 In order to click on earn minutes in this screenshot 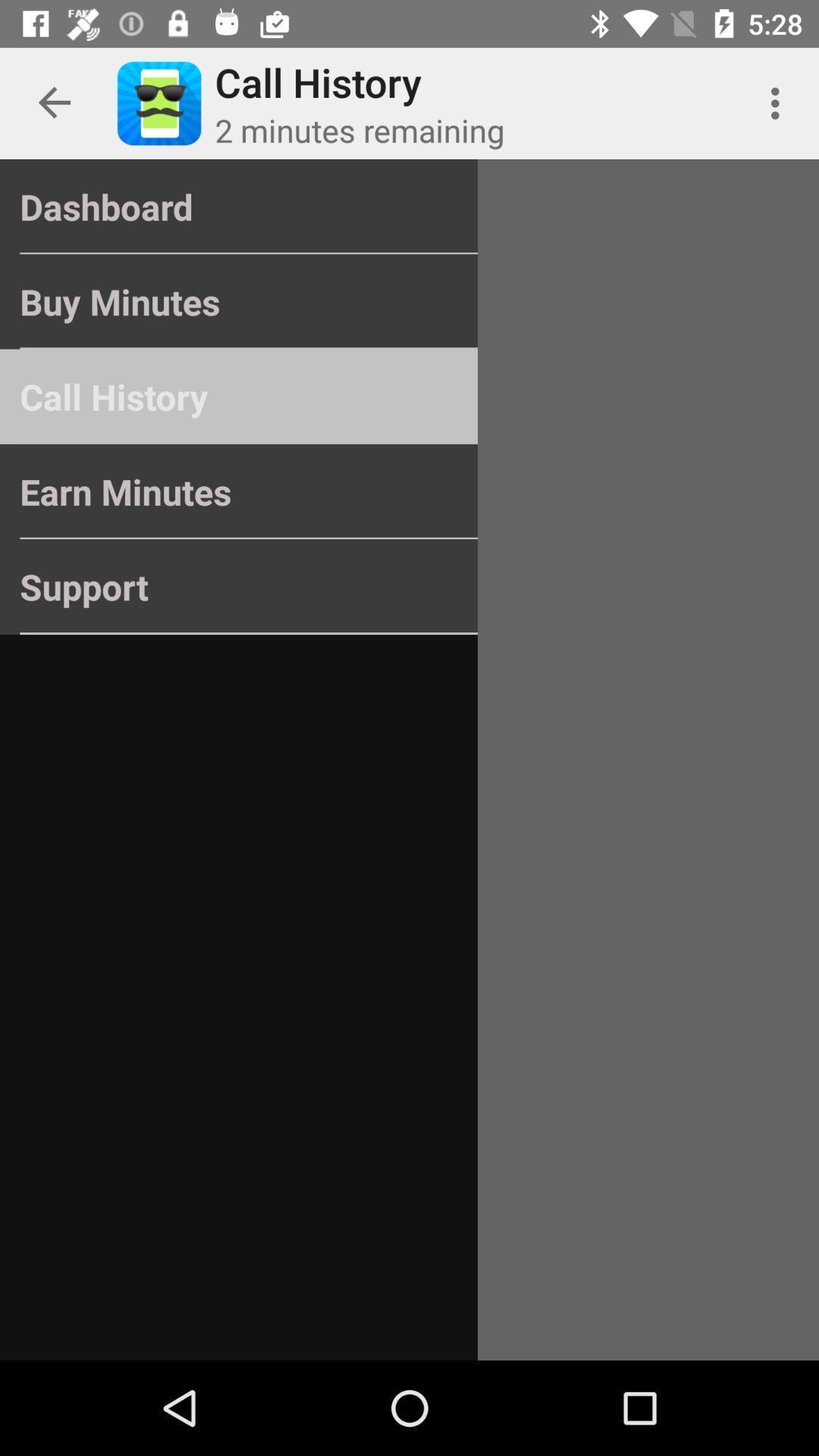, I will do `click(239, 491)`.